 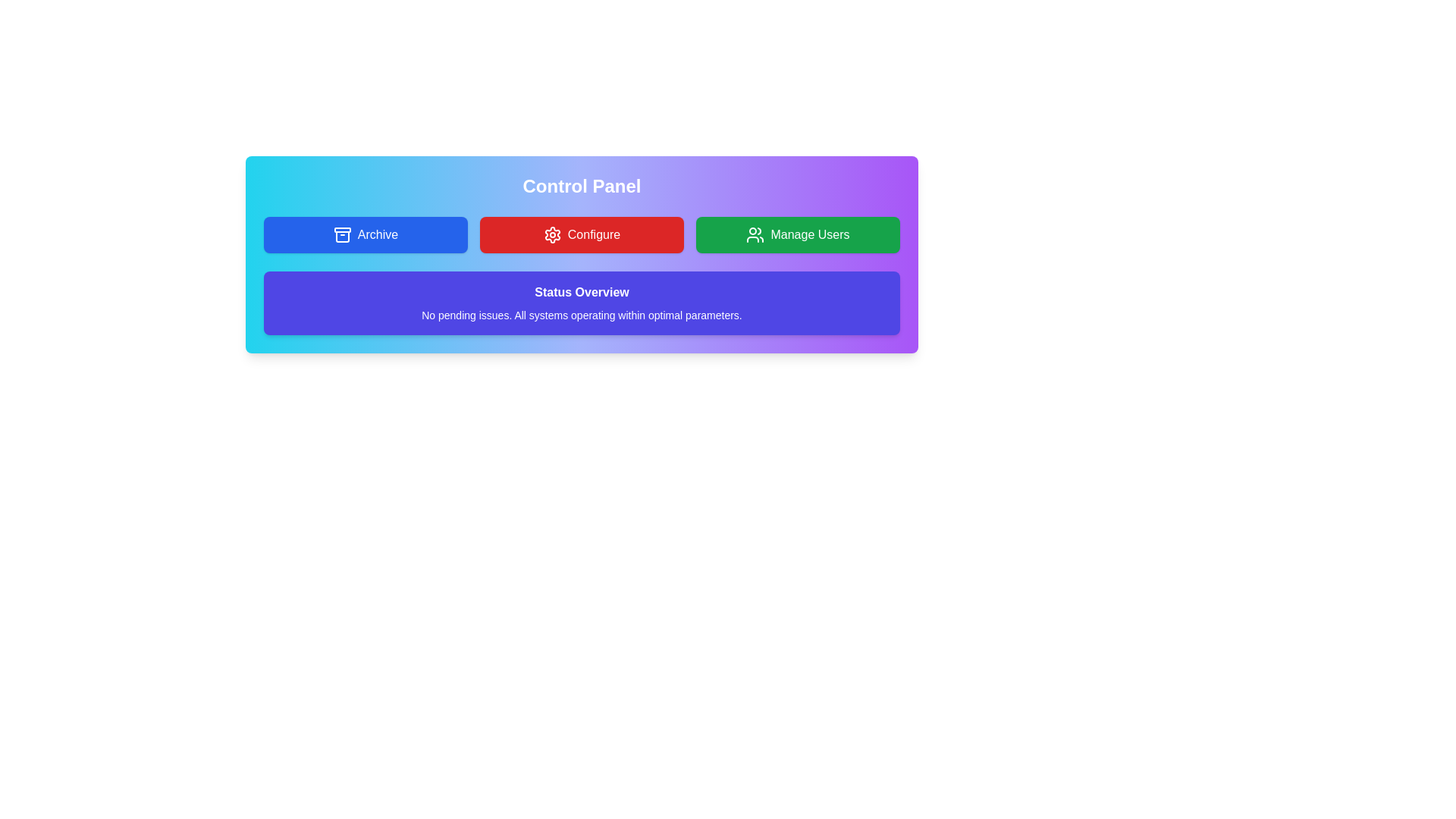 What do you see at coordinates (755, 234) in the screenshot?
I see `the 'Manage Users' icon, which is the third button from the left in the control panel layout, to manage user-related settings or actions` at bounding box center [755, 234].